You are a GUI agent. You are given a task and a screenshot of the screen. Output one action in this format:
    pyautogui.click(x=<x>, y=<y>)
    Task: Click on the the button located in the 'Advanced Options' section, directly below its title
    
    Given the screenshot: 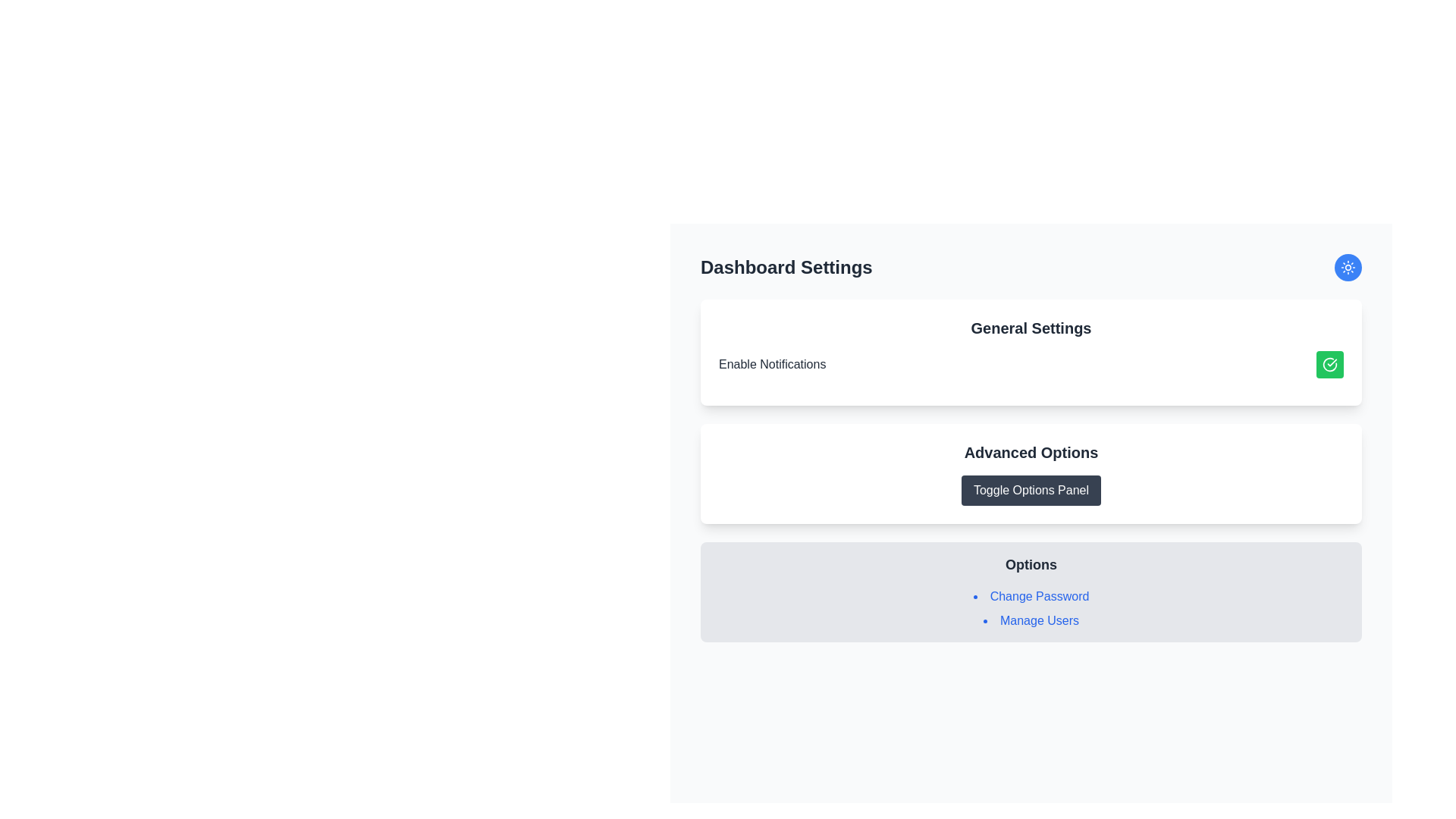 What is the action you would take?
    pyautogui.click(x=1031, y=491)
    